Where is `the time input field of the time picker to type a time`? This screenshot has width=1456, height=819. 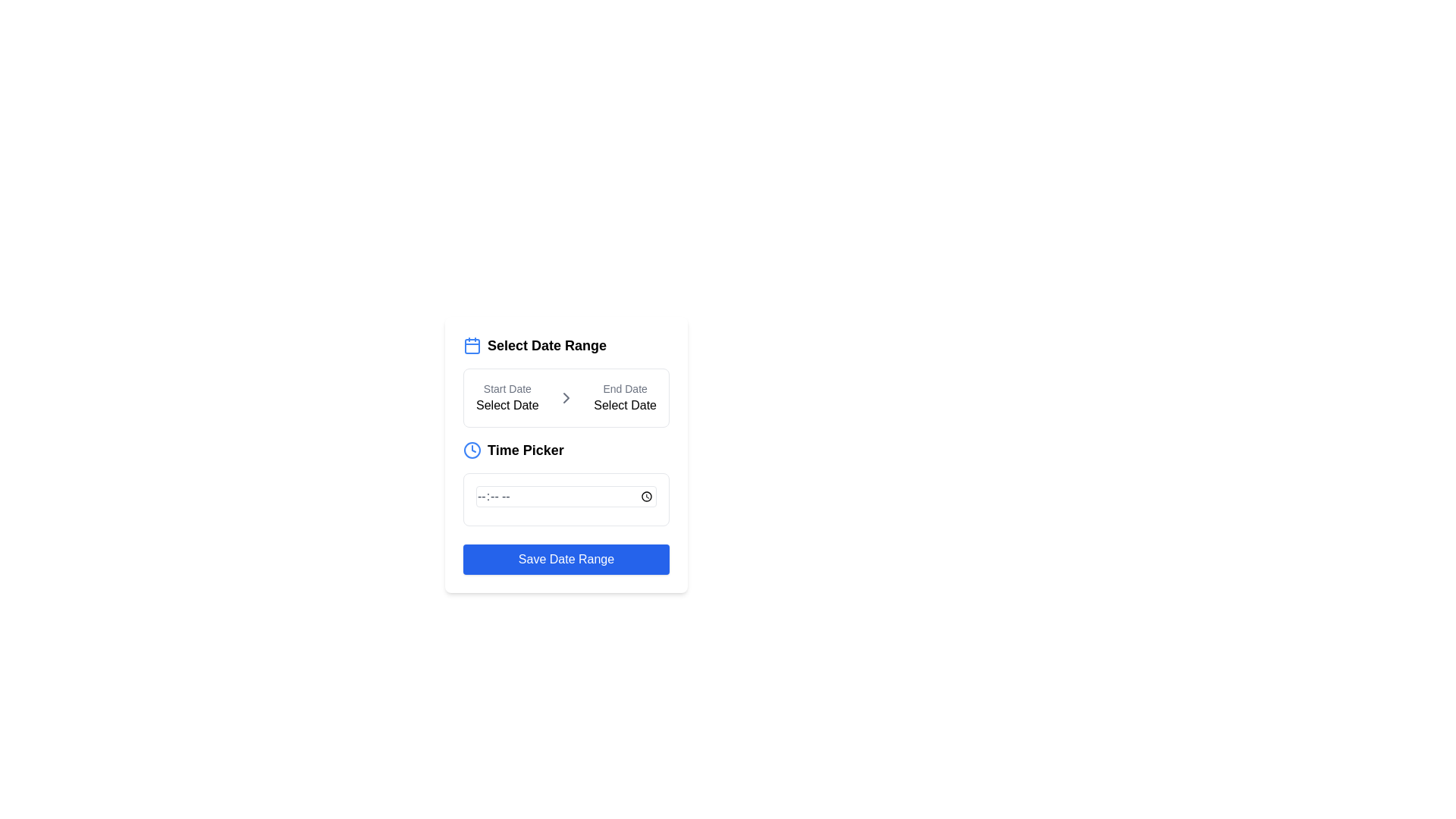
the time input field of the time picker to type a time is located at coordinates (566, 500).